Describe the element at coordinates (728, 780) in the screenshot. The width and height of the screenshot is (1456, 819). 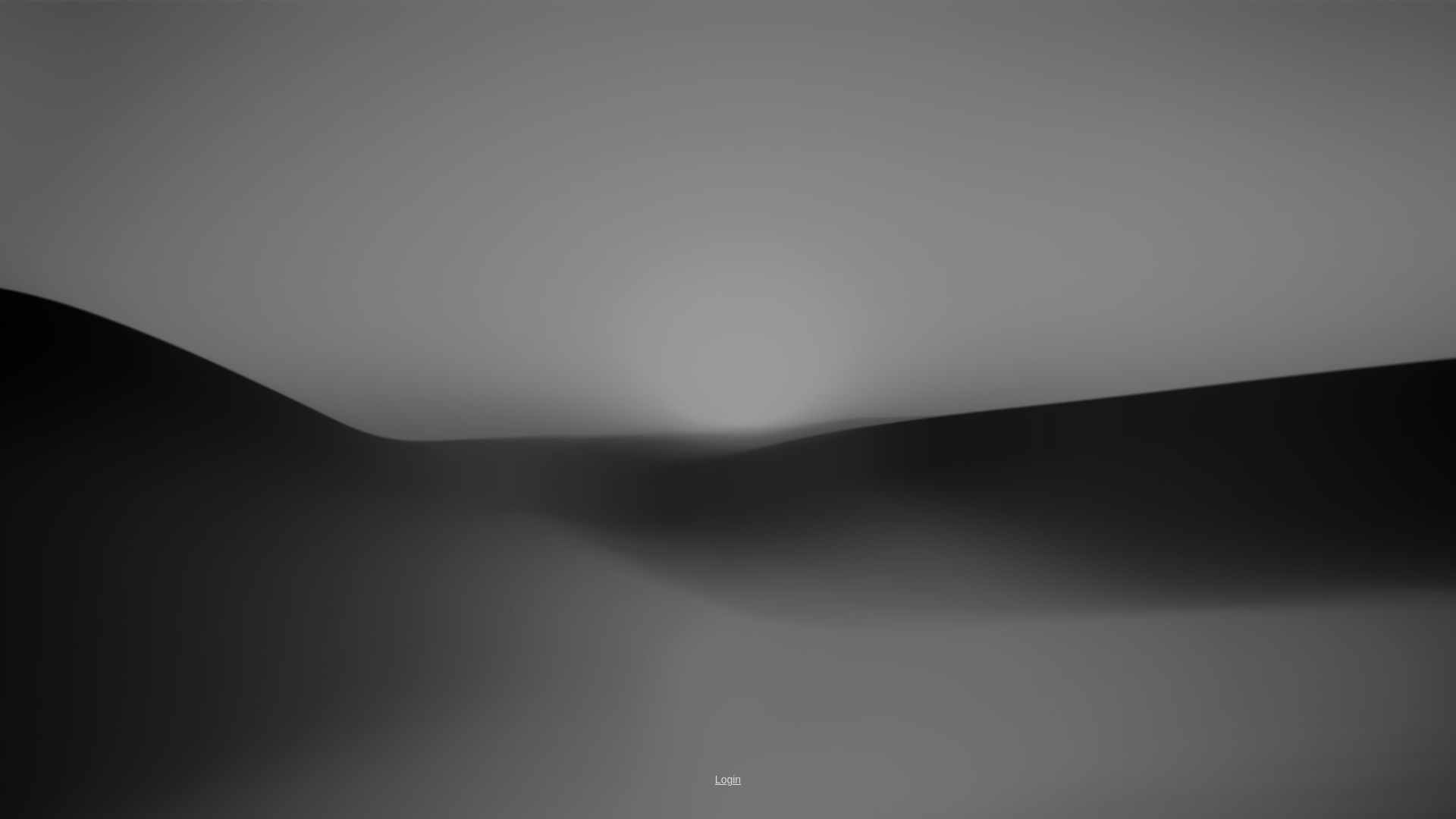
I see `'Login'` at that location.